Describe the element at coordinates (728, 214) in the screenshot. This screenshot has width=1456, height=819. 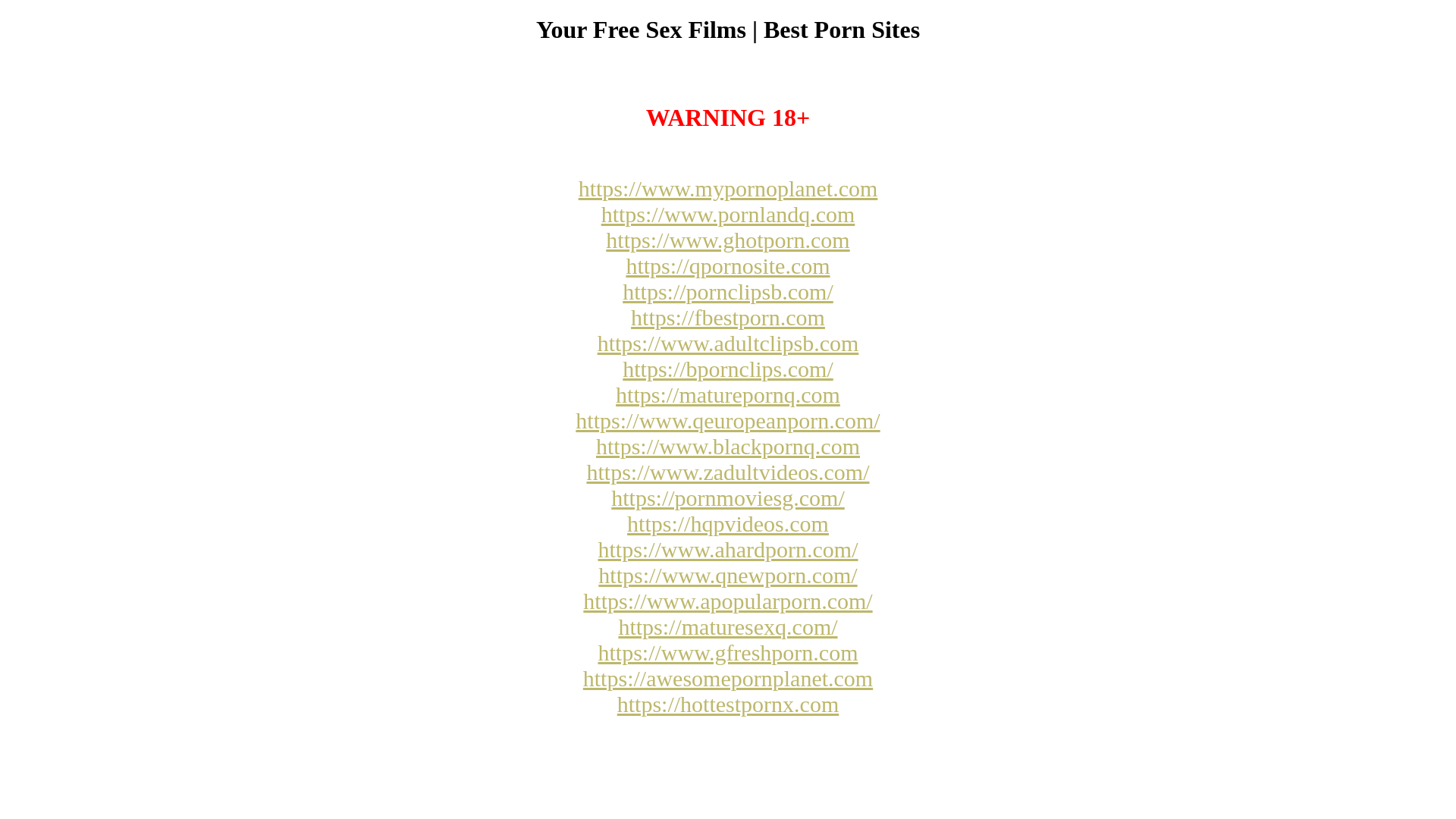
I see `'https://www.pornlandq.com'` at that location.